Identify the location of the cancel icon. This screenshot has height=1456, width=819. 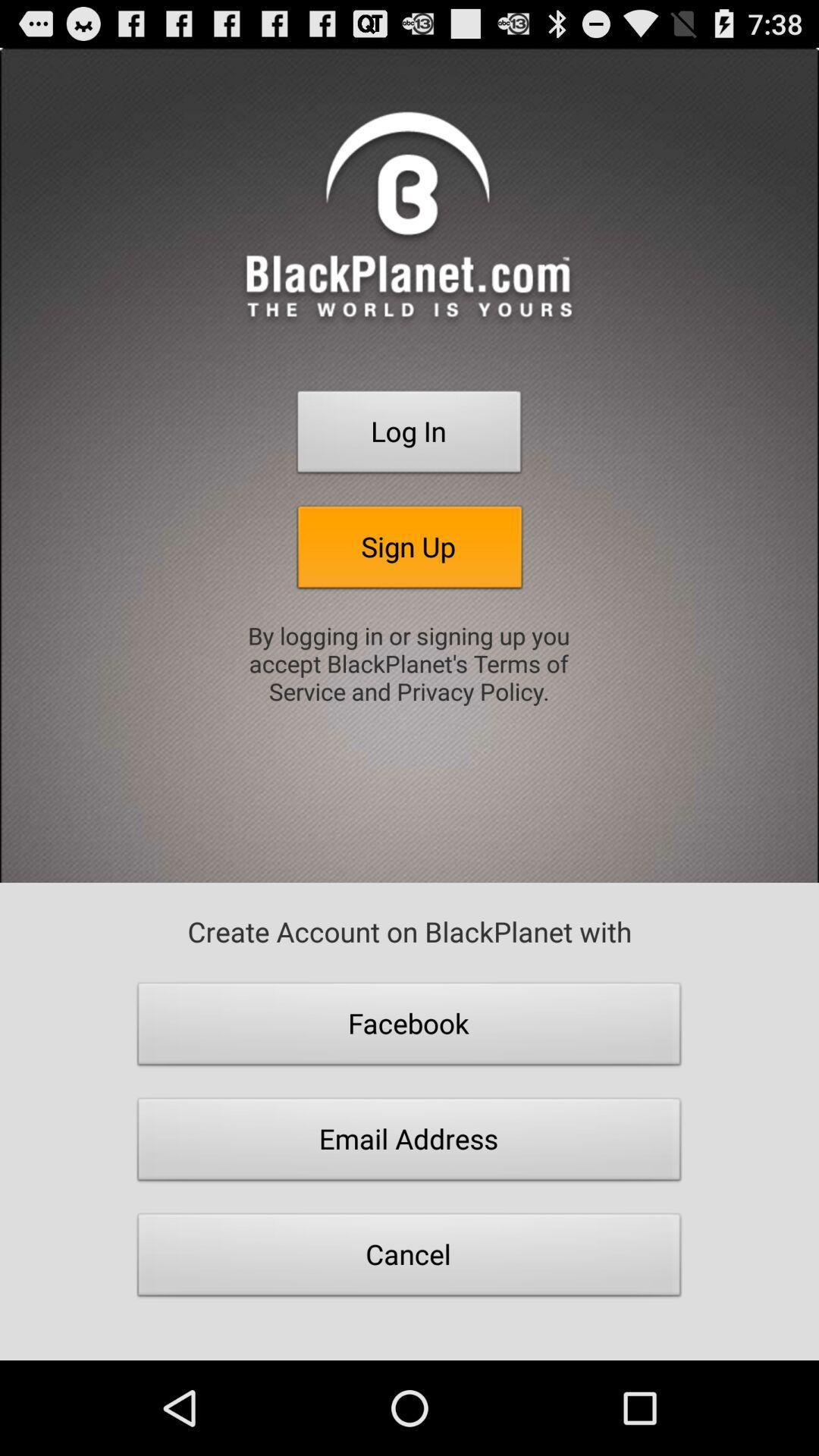
(409, 1259).